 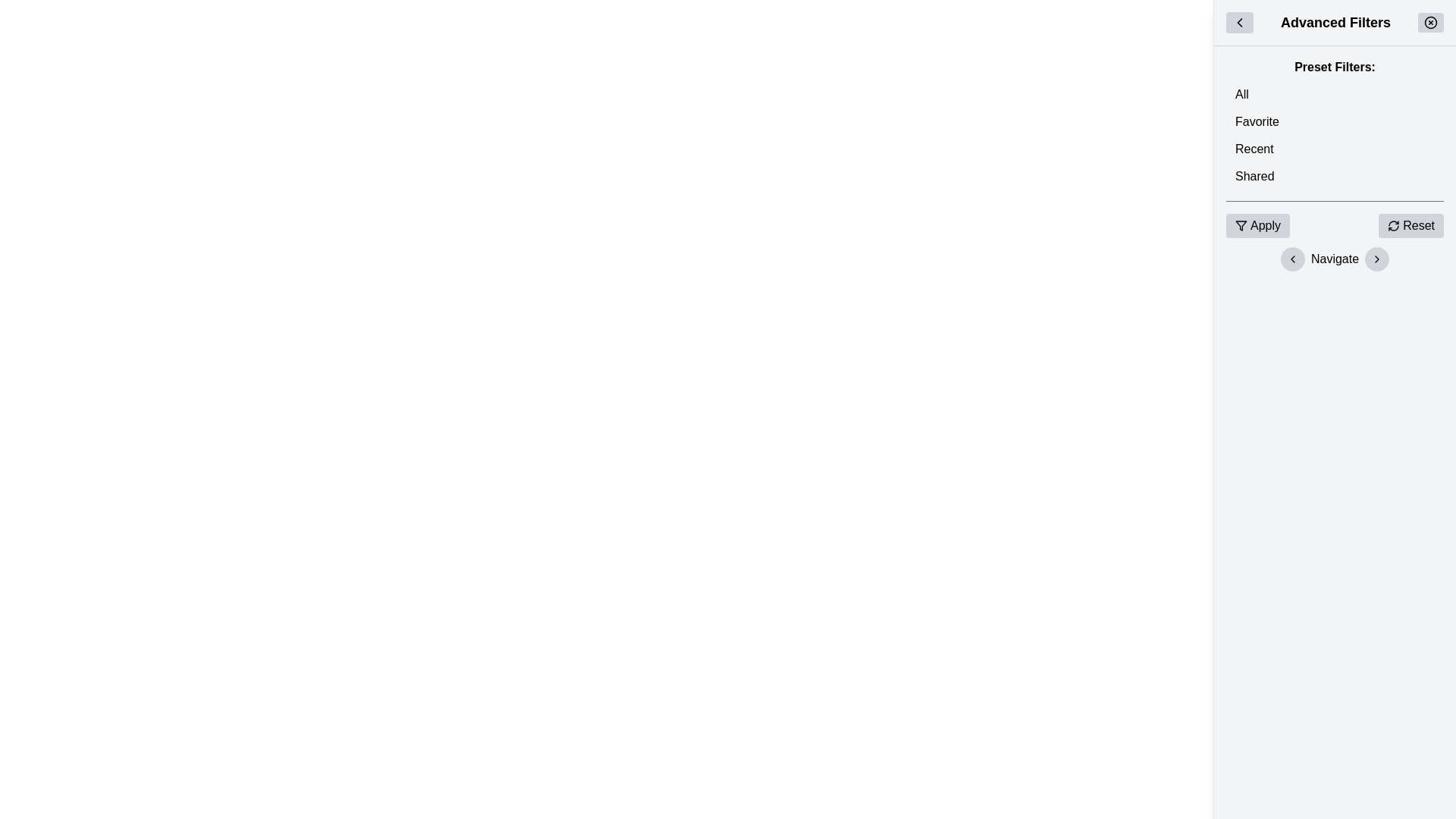 What do you see at coordinates (1394, 225) in the screenshot?
I see `the refresh icon located on the left side of the 'Reset' button, which is situated below the 'Preset Filters' heading on the right side of the interface` at bounding box center [1394, 225].